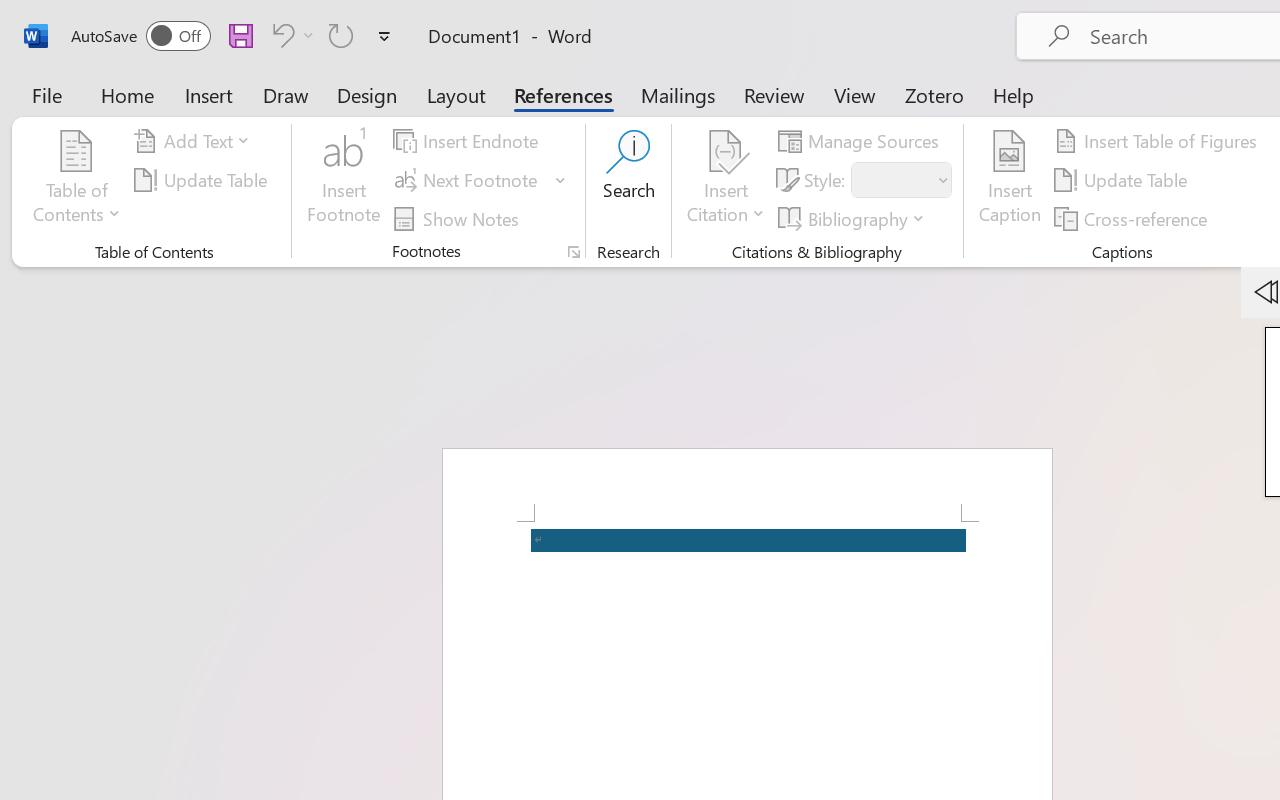 Image resolution: width=1280 pixels, height=800 pixels. I want to click on 'Next Footnote', so click(467, 179).